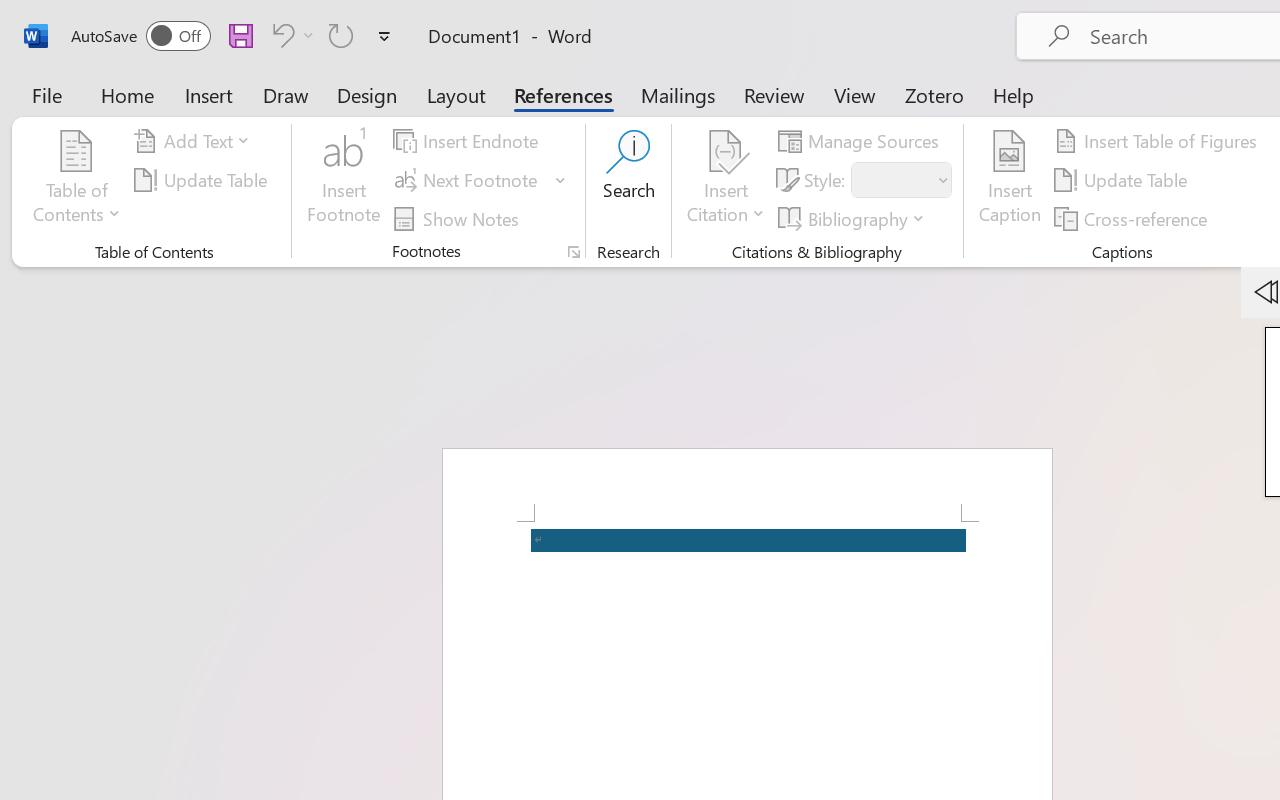 Image resolution: width=1280 pixels, height=800 pixels. I want to click on 'Next Footnote', so click(467, 179).